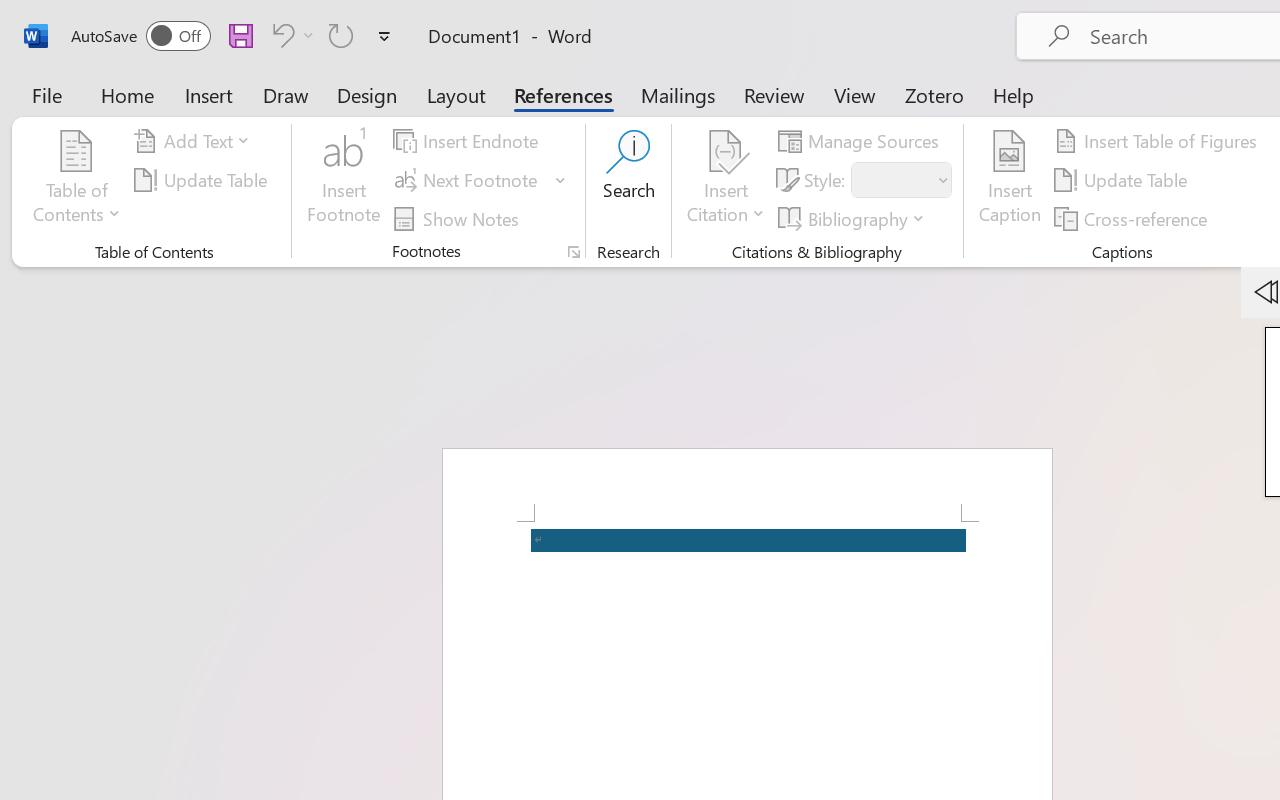 Image resolution: width=1280 pixels, height=800 pixels. I want to click on 'Next Footnote', so click(467, 179).